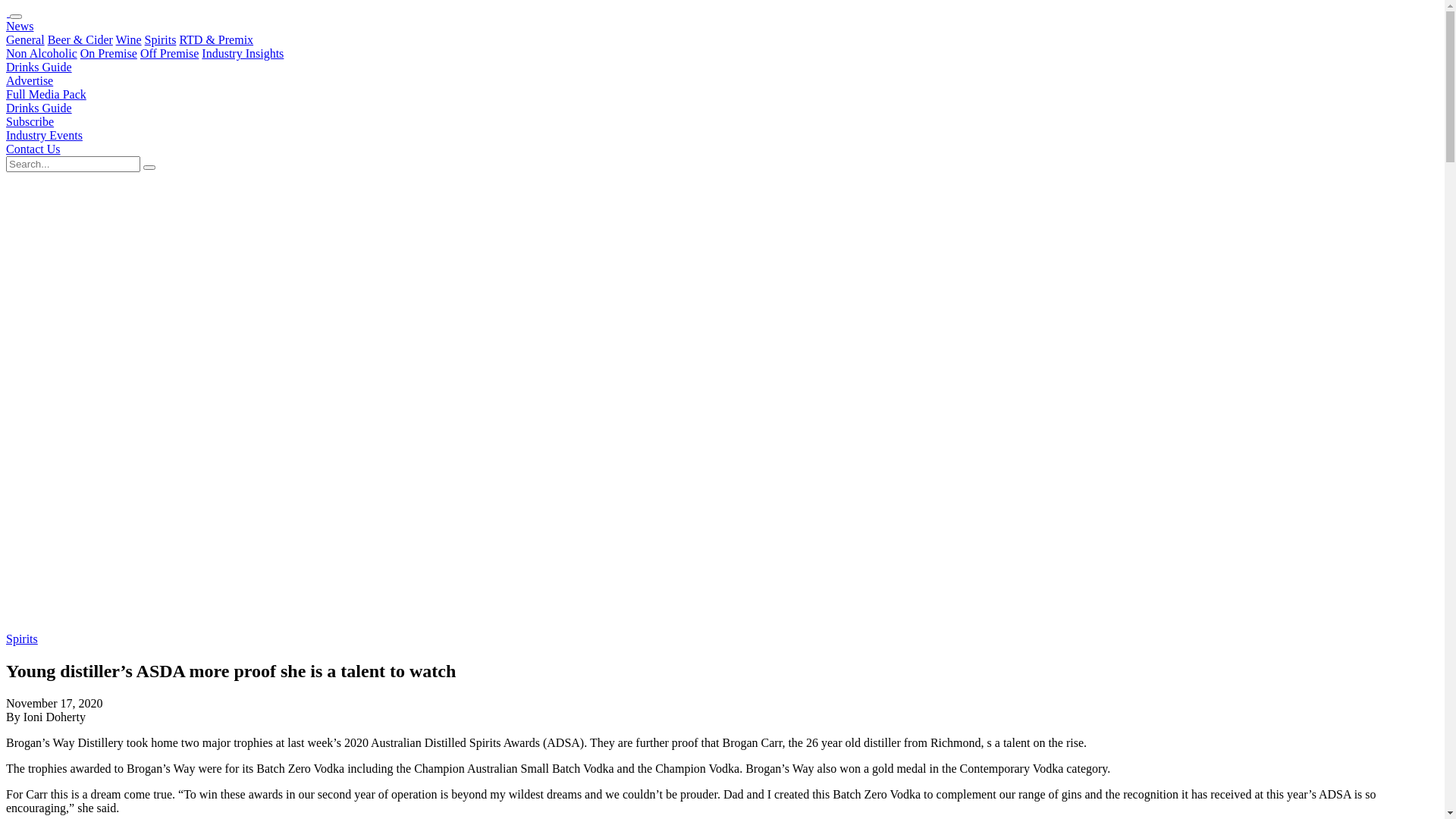 Image resolution: width=1456 pixels, height=819 pixels. Describe the element at coordinates (44, 134) in the screenshot. I see `'Industry Events'` at that location.